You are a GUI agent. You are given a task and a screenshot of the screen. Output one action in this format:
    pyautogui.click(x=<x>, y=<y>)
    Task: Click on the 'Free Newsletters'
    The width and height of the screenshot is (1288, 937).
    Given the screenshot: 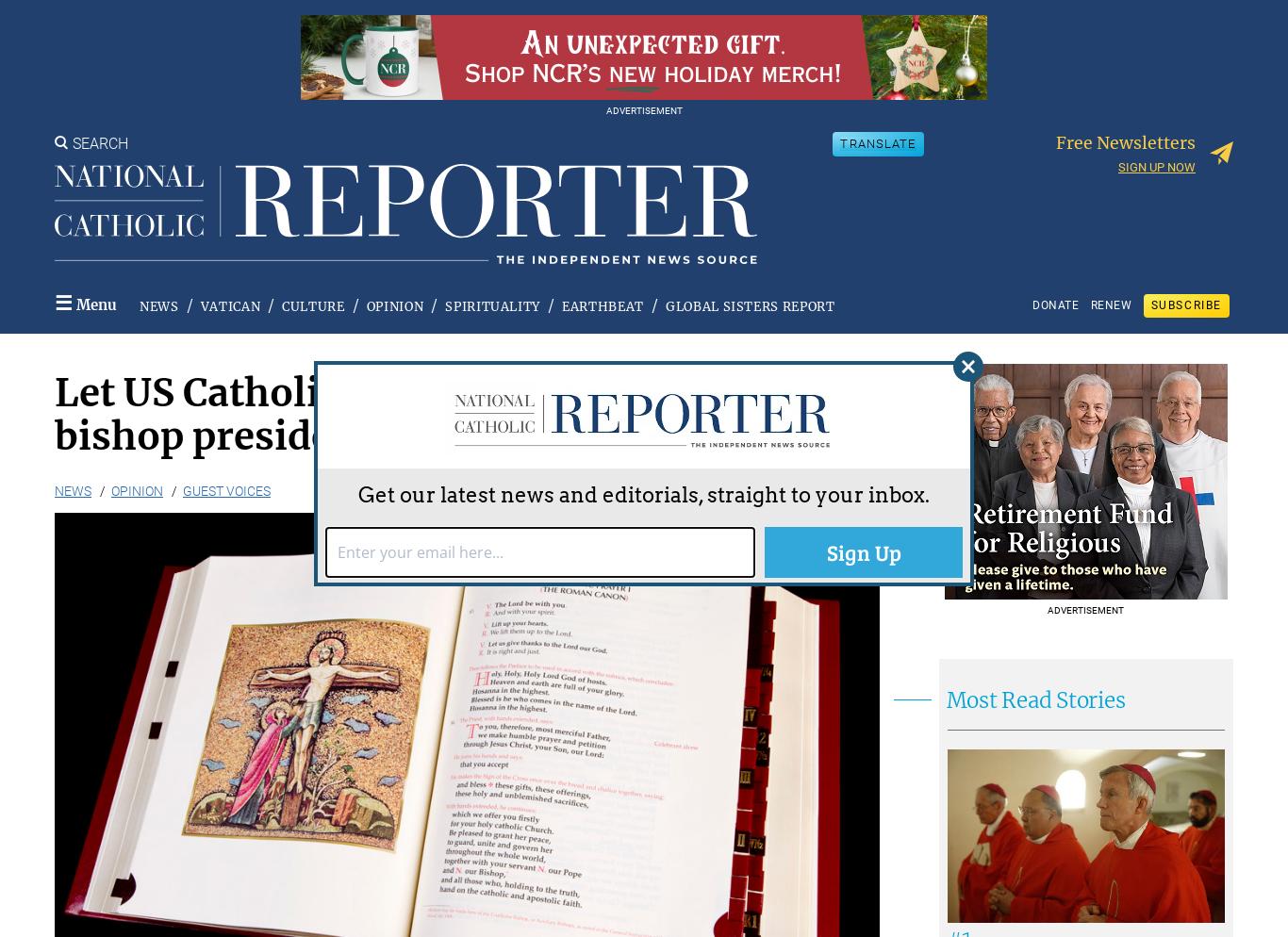 What is the action you would take?
    pyautogui.click(x=1054, y=141)
    